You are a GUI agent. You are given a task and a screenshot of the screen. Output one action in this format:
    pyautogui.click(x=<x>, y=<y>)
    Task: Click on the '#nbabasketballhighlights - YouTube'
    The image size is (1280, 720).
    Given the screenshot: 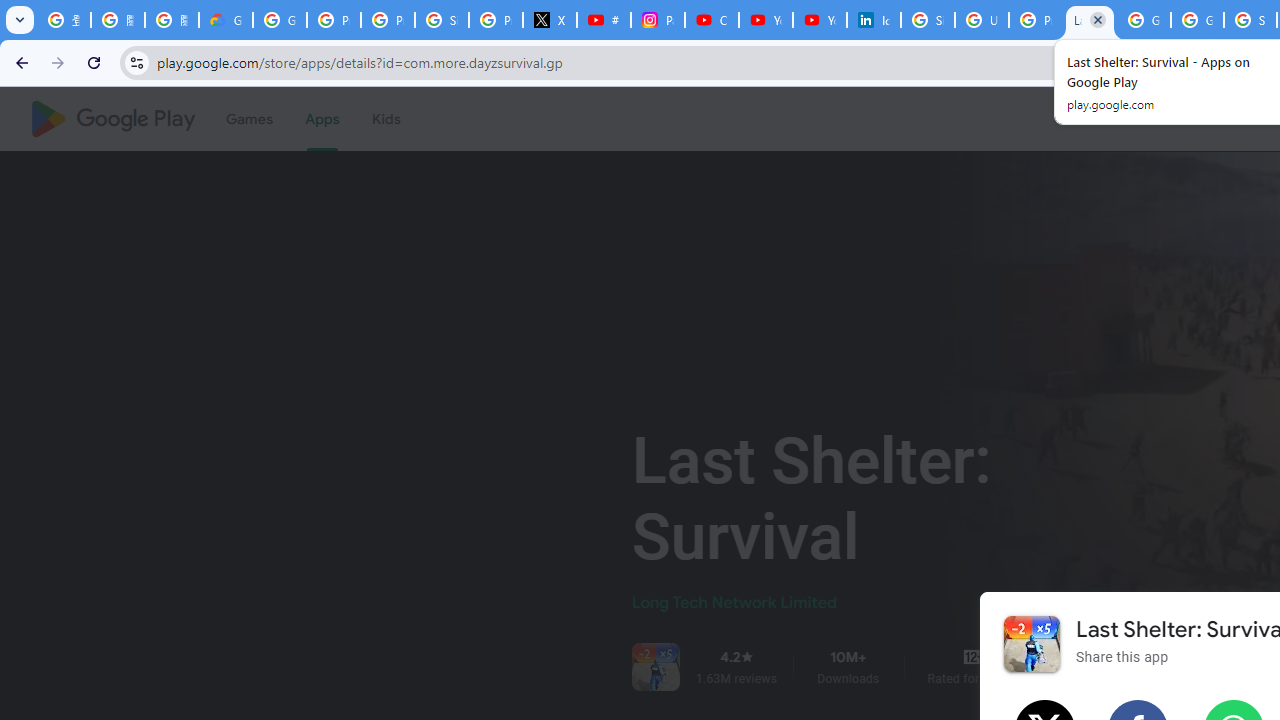 What is the action you would take?
    pyautogui.click(x=603, y=20)
    